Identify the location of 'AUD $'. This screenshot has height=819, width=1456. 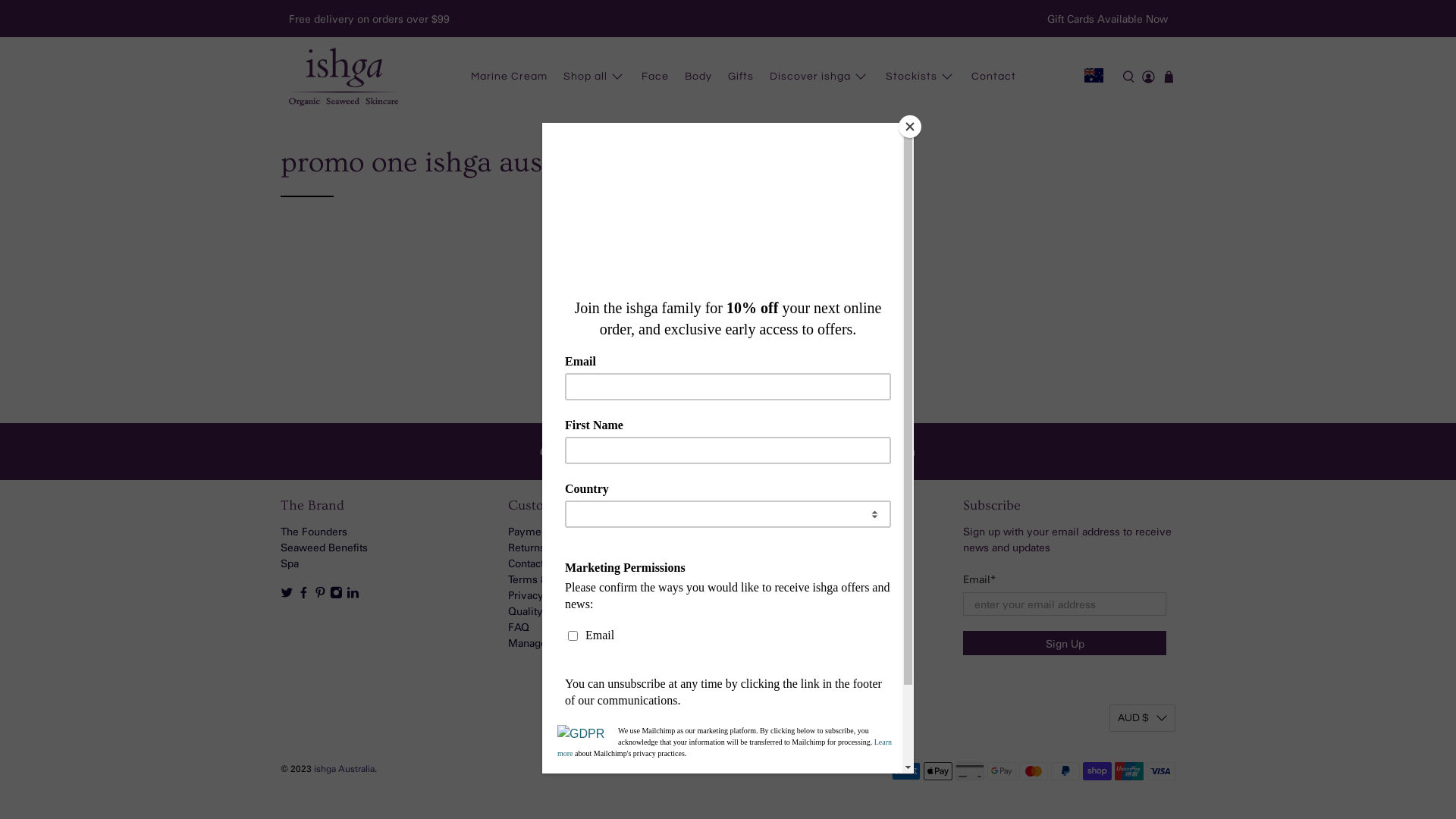
(1142, 717).